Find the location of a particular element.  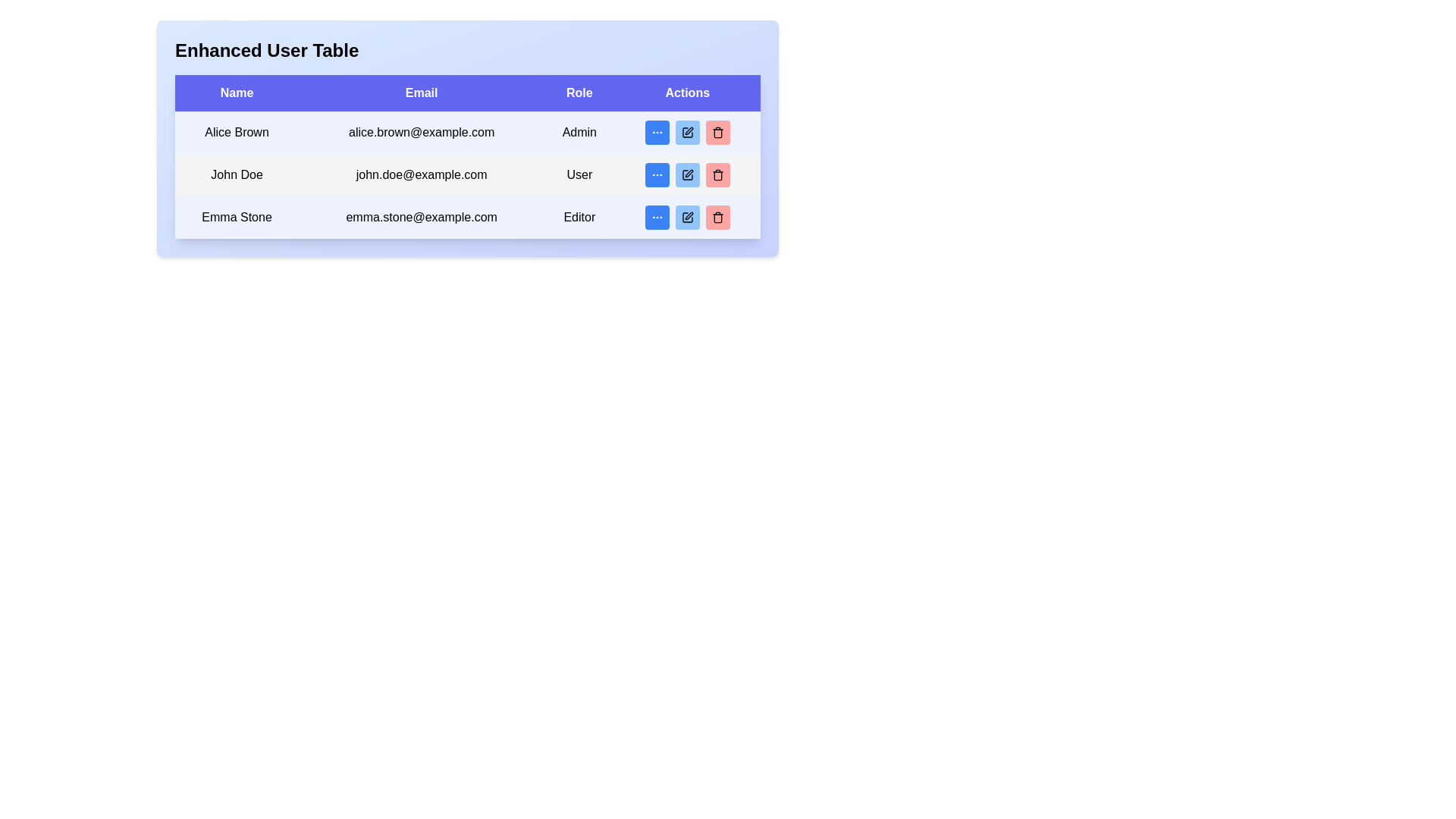

the second button in the 'Actions' column of the second row of the user table is located at coordinates (701, 174).